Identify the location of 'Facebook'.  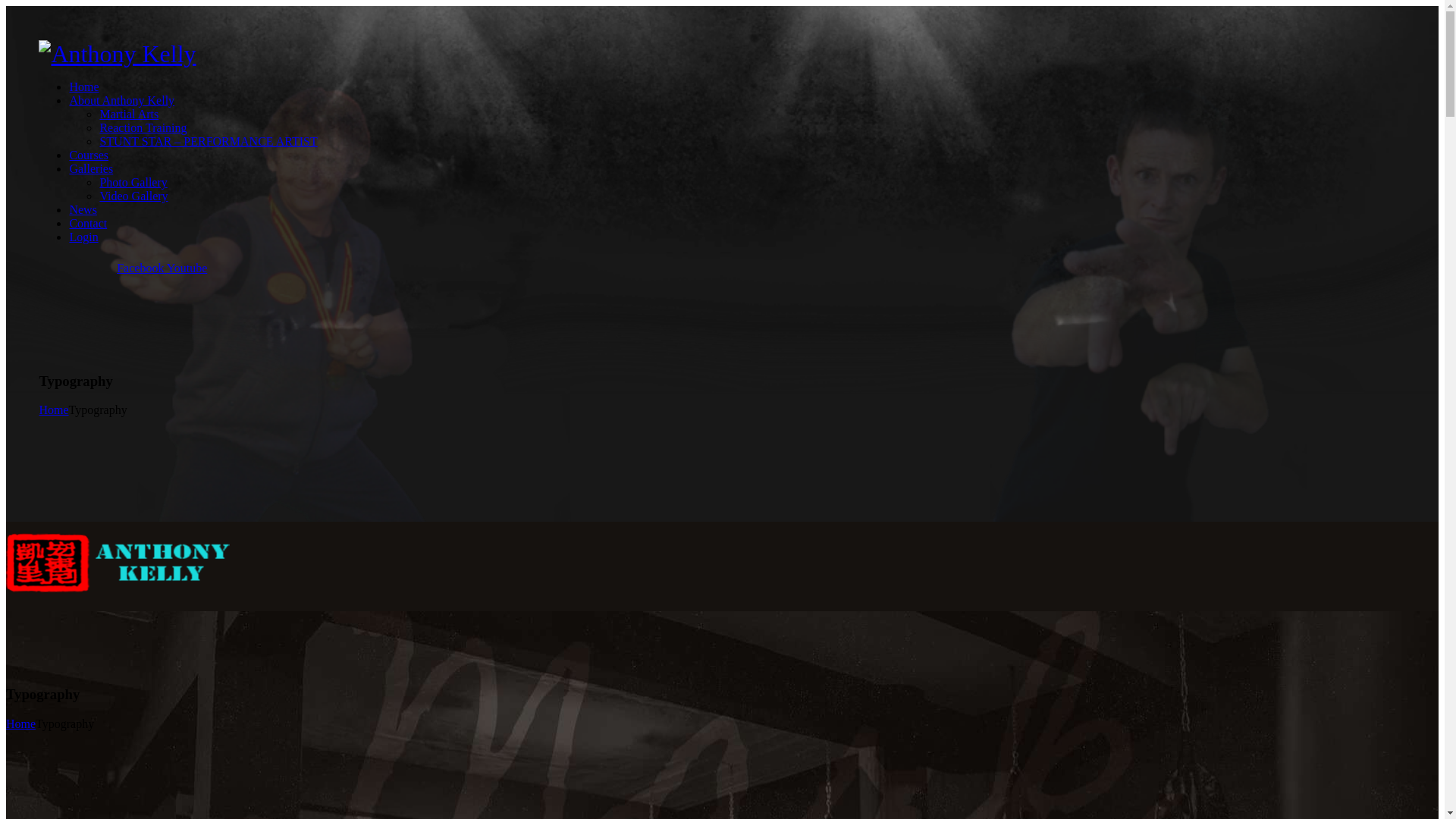
(142, 267).